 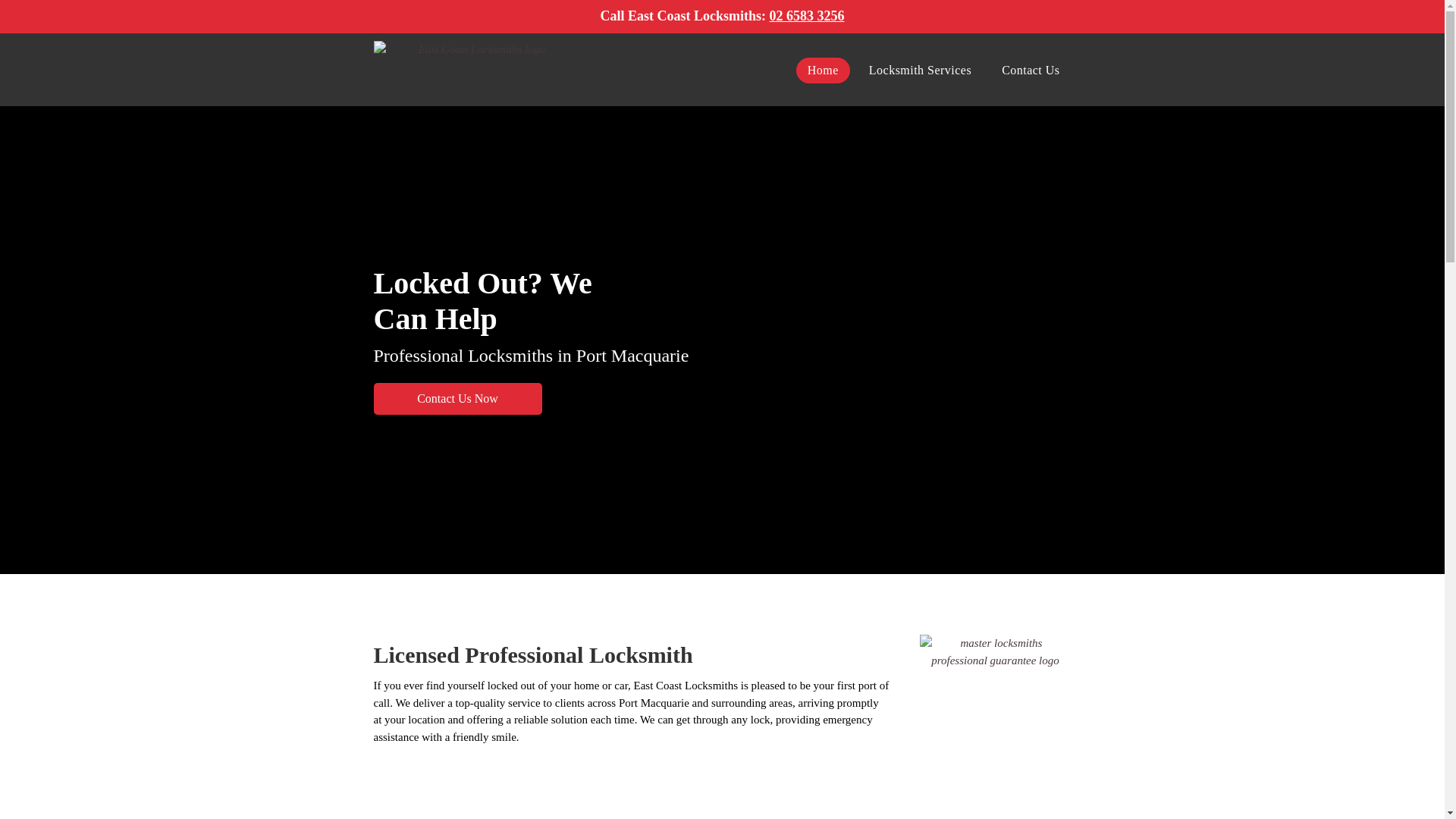 What do you see at coordinates (919, 70) in the screenshot?
I see `'Locksmith Services'` at bounding box center [919, 70].